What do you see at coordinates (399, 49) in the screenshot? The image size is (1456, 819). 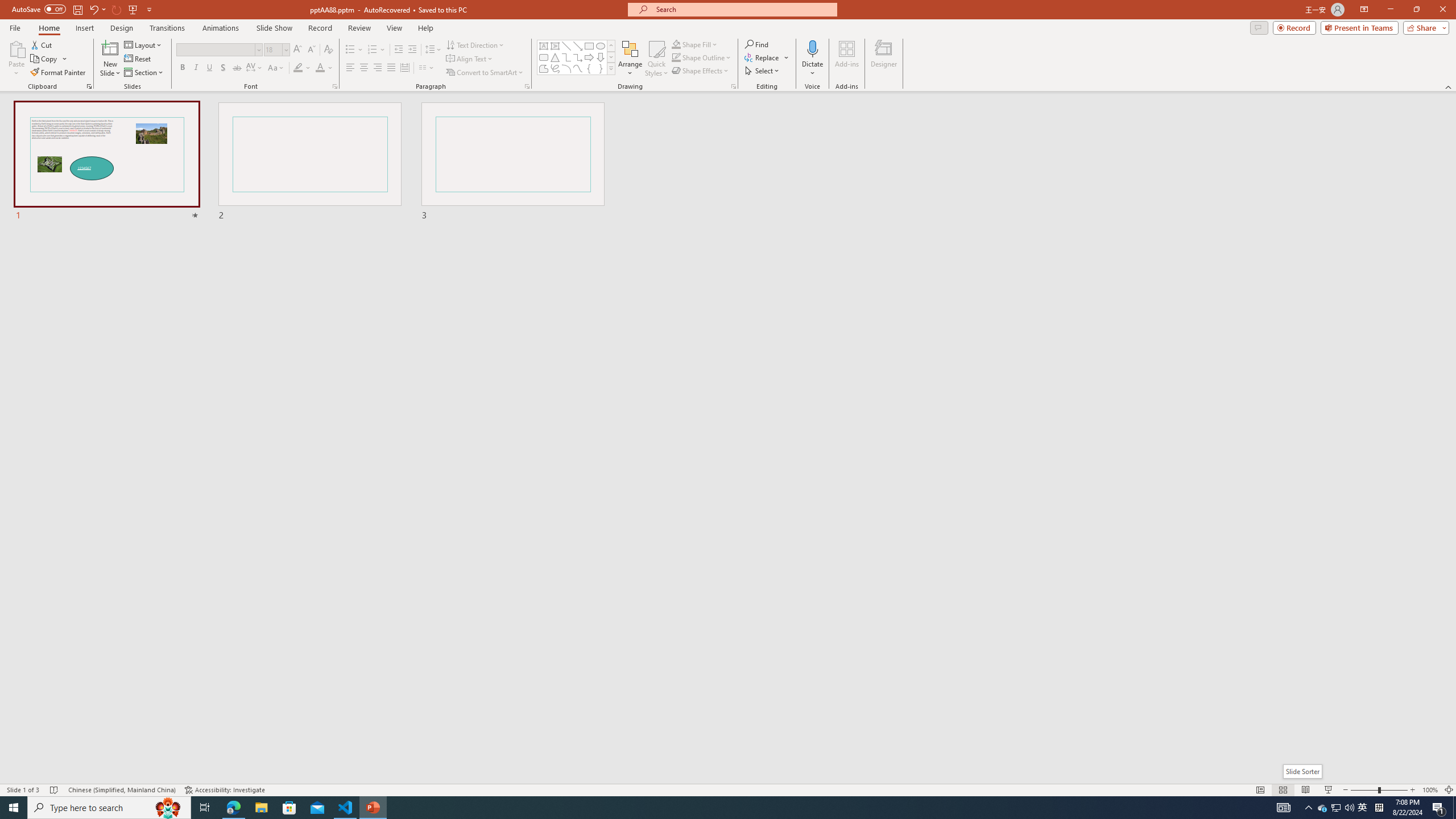 I see `'Decrease Indent'` at bounding box center [399, 49].